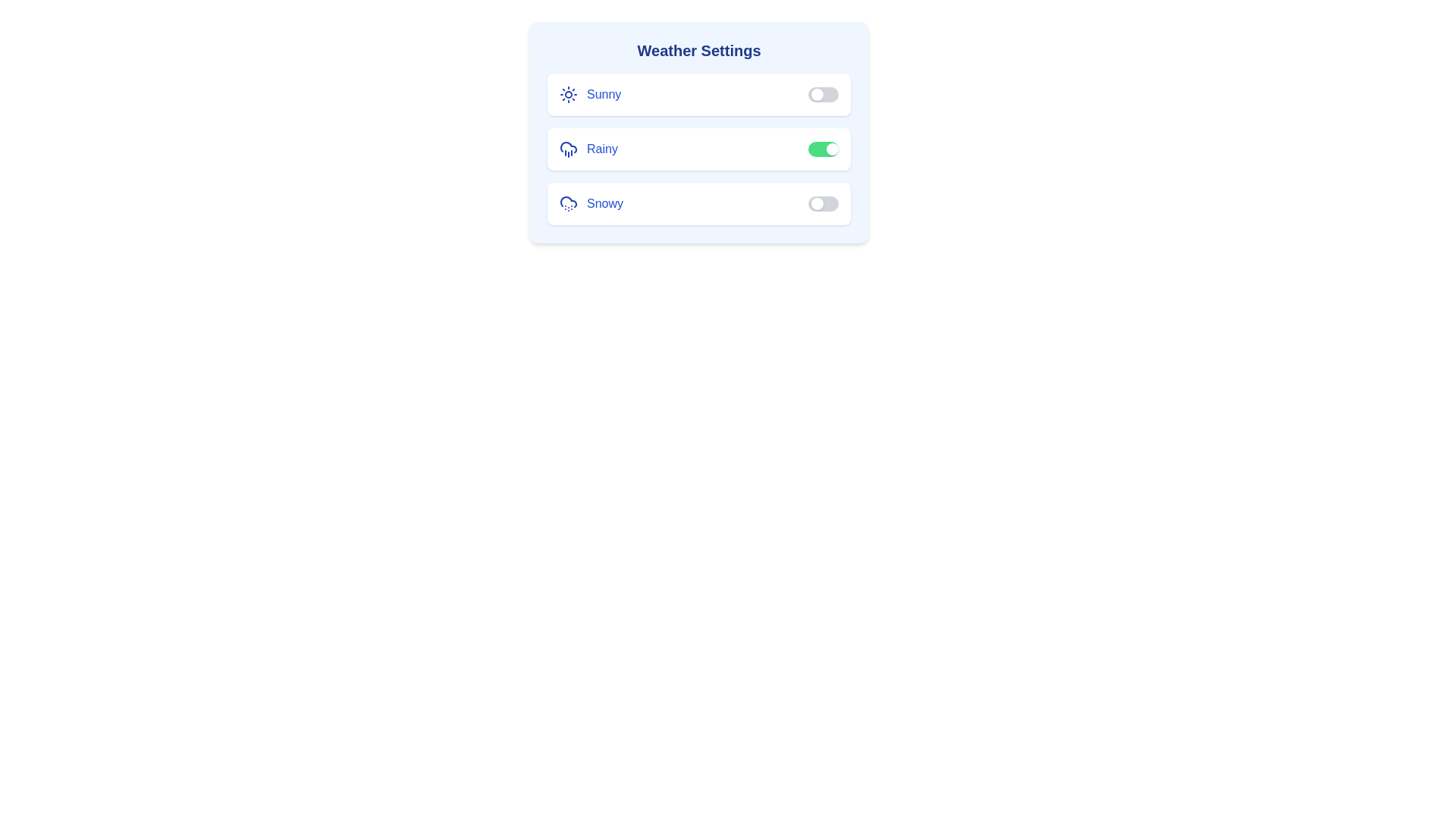 This screenshot has width=1456, height=819. Describe the element at coordinates (822, 203) in the screenshot. I see `the toggle switch for the 'Snowy' weather setting located in the 'Weather Settings' group, which is positioned to the far right of the 'Snowy' label and weather icon` at that location.